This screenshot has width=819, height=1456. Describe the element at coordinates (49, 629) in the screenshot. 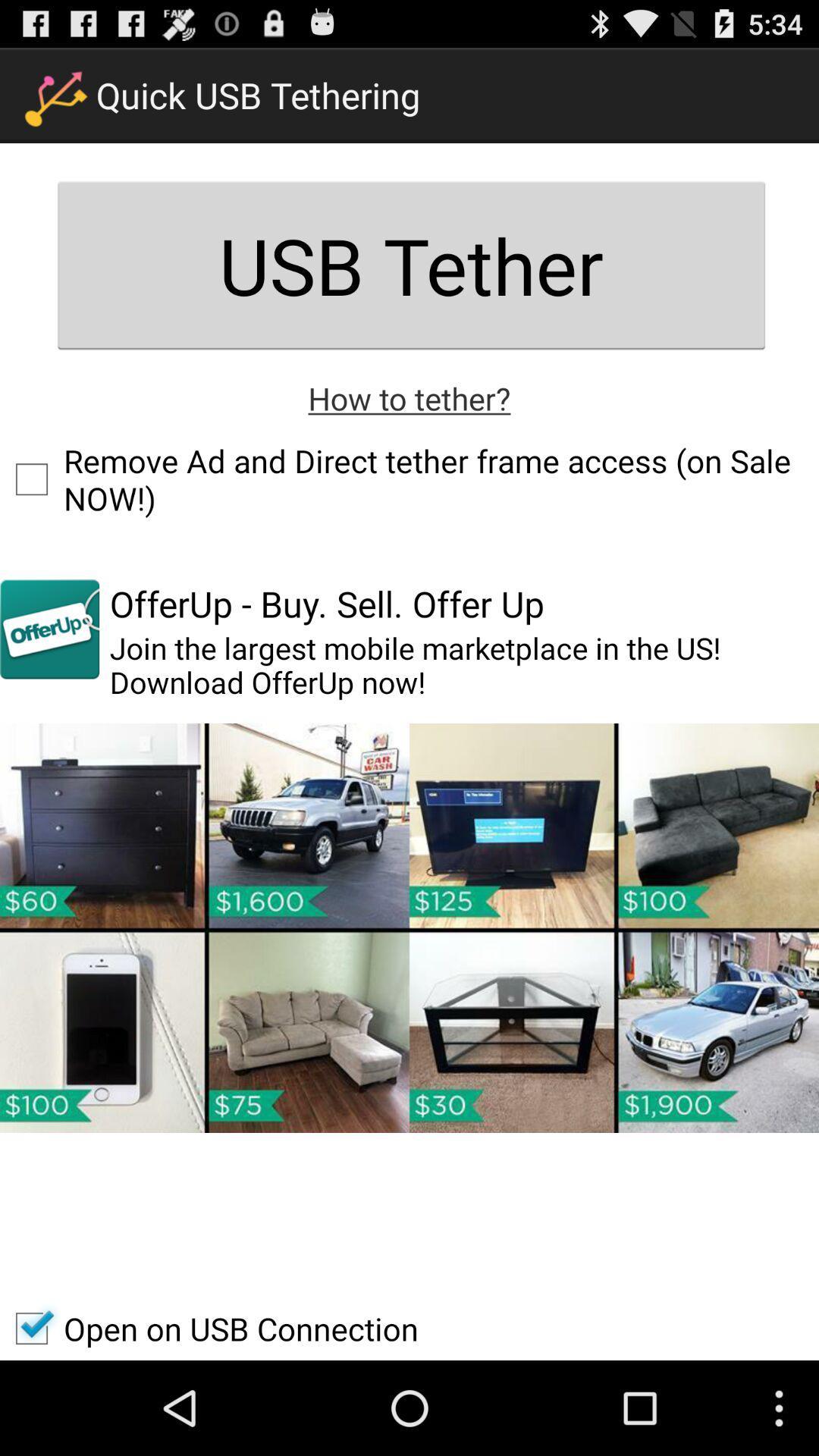

I see `icon on the left` at that location.